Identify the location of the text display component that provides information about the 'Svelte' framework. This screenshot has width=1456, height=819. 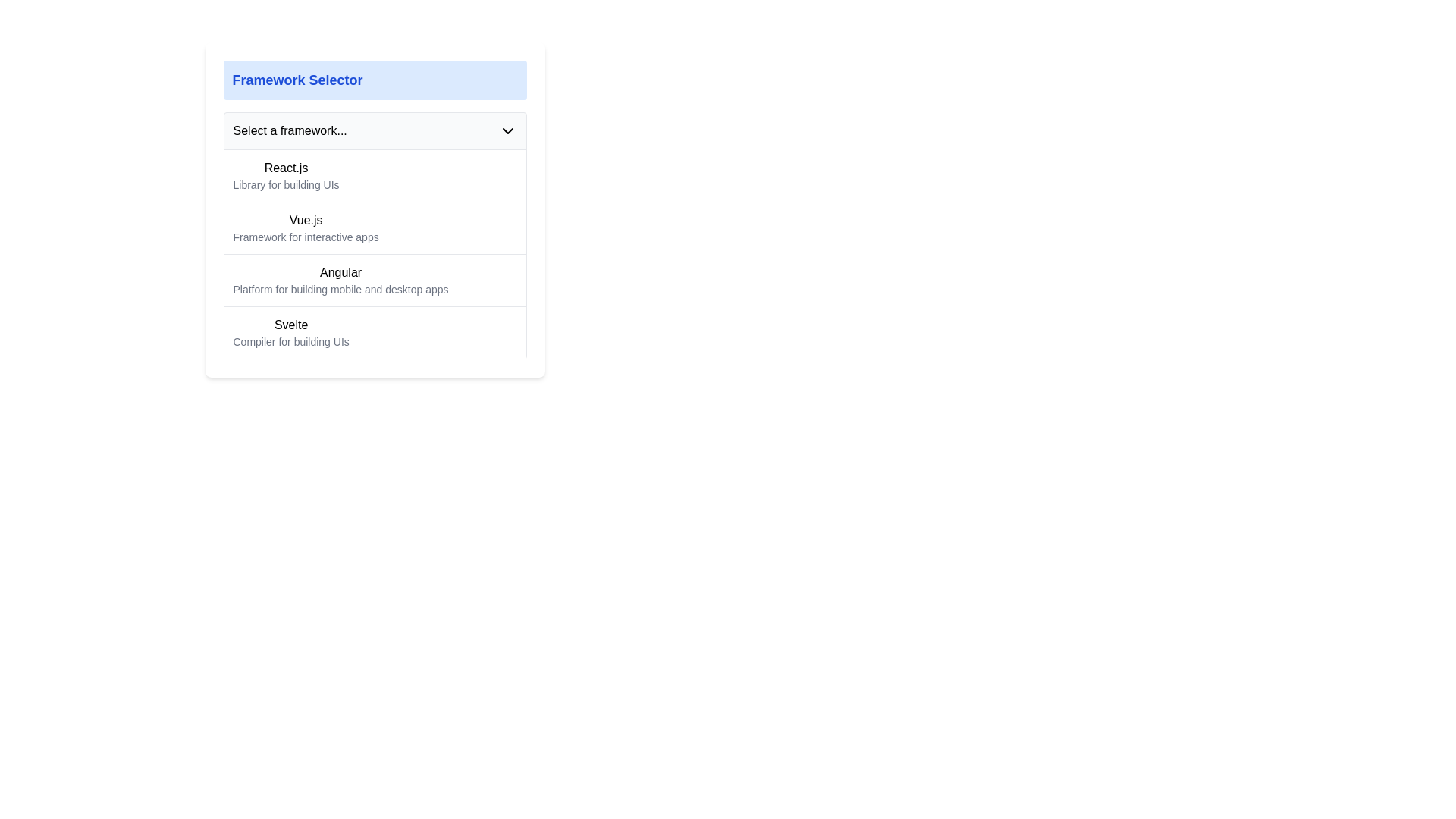
(291, 332).